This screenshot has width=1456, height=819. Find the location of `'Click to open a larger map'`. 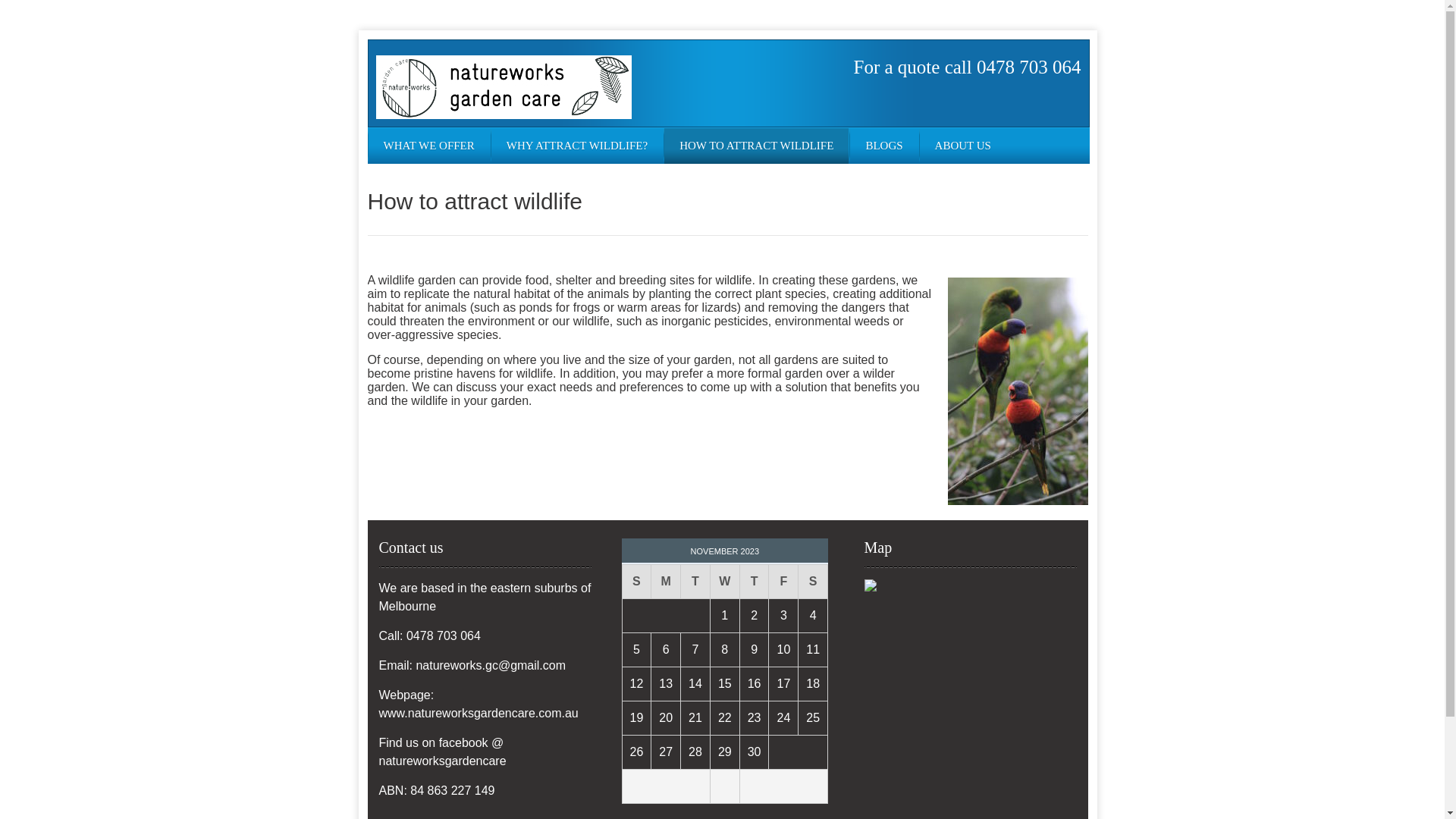

'Click to open a larger map' is located at coordinates (870, 587).